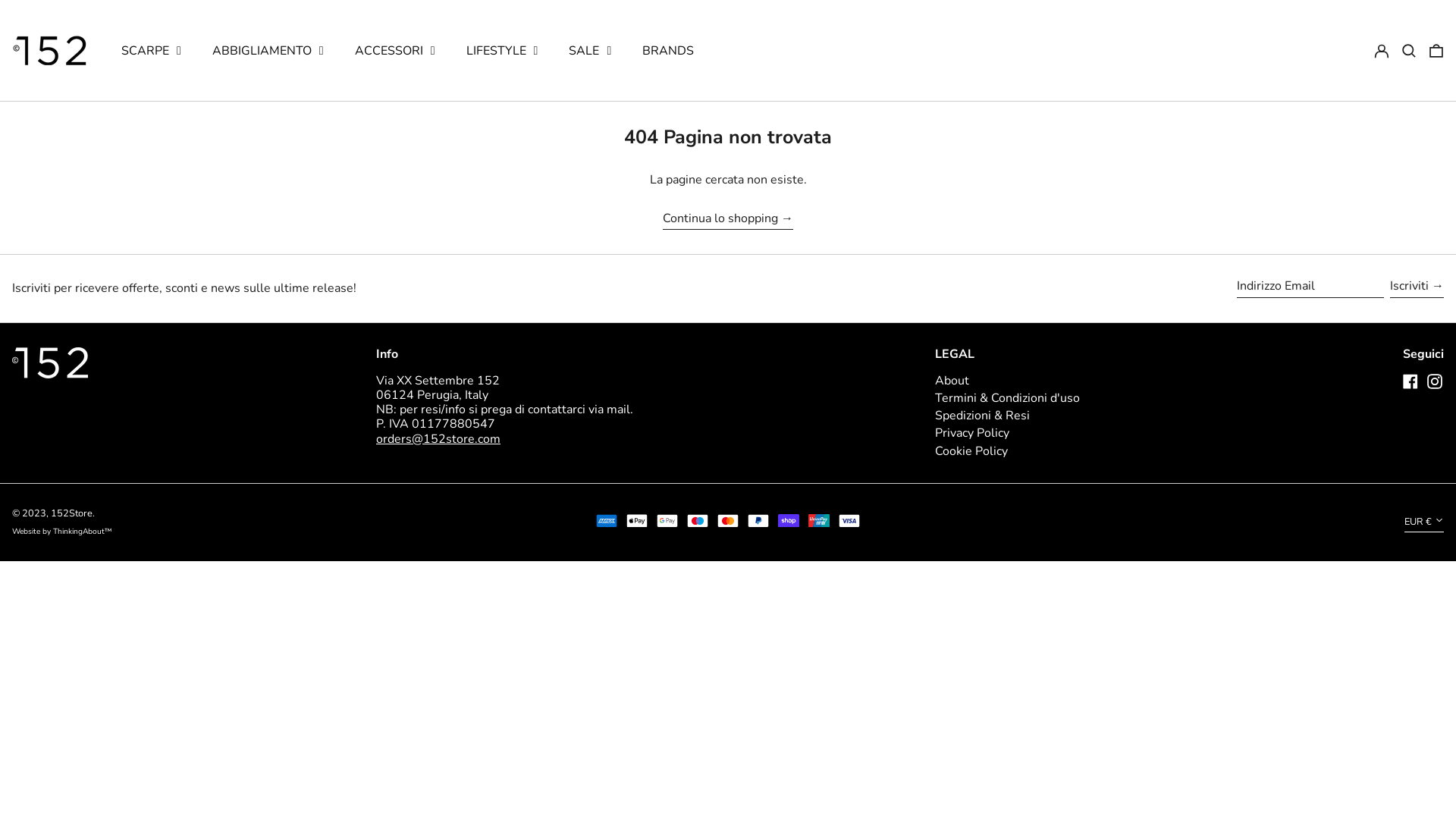 The width and height of the screenshot is (1456, 819). Describe the element at coordinates (1410, 384) in the screenshot. I see `'Facebook'` at that location.